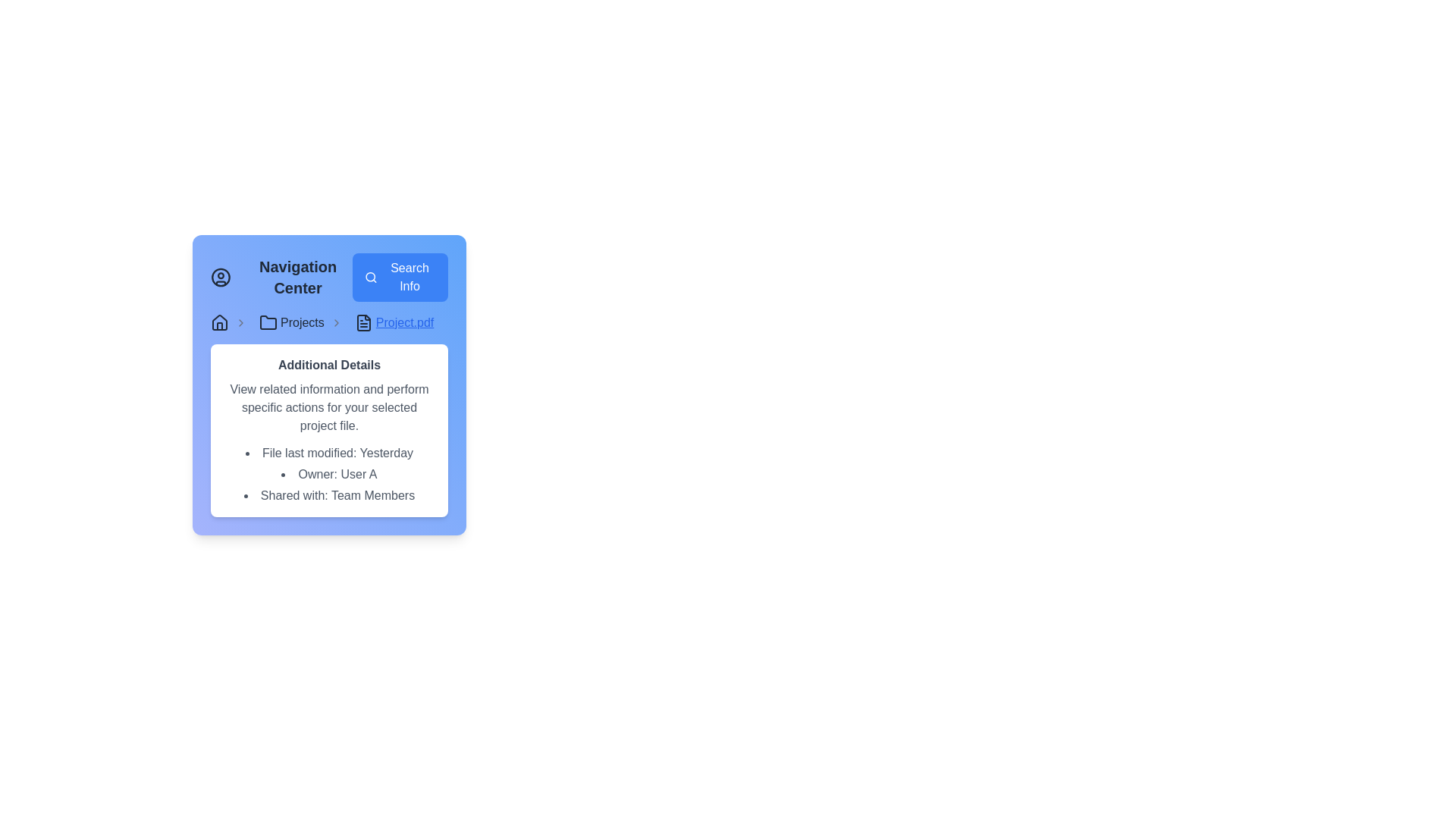 Image resolution: width=1456 pixels, height=819 pixels. What do you see at coordinates (302, 322) in the screenshot?
I see `the 'Projects' text label in the breadcrumb navigation, which is the second item next to a folder icon and a right chevron icon` at bounding box center [302, 322].